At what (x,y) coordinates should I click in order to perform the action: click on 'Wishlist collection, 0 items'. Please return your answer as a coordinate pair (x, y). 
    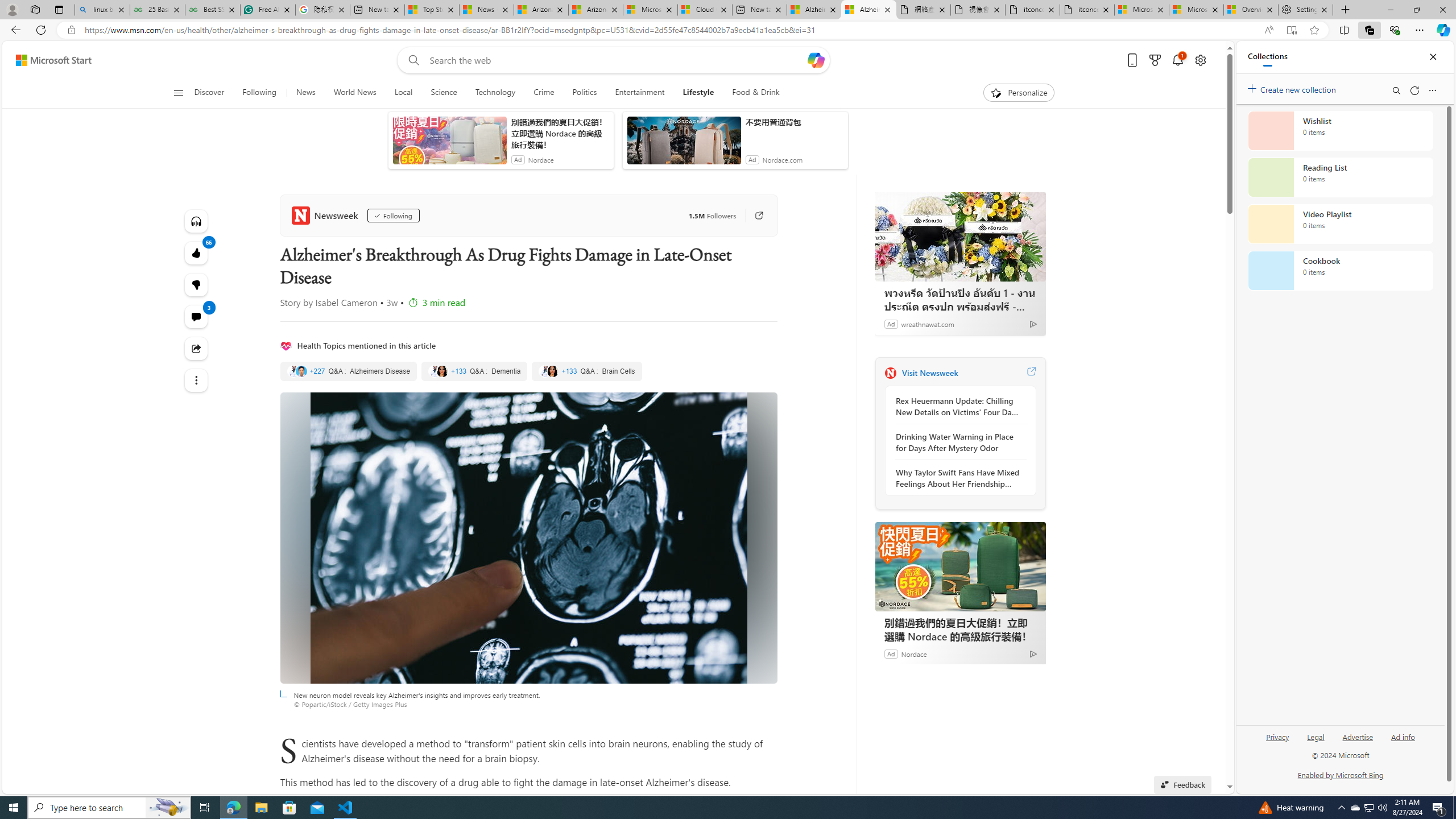
    Looking at the image, I should click on (1340, 130).